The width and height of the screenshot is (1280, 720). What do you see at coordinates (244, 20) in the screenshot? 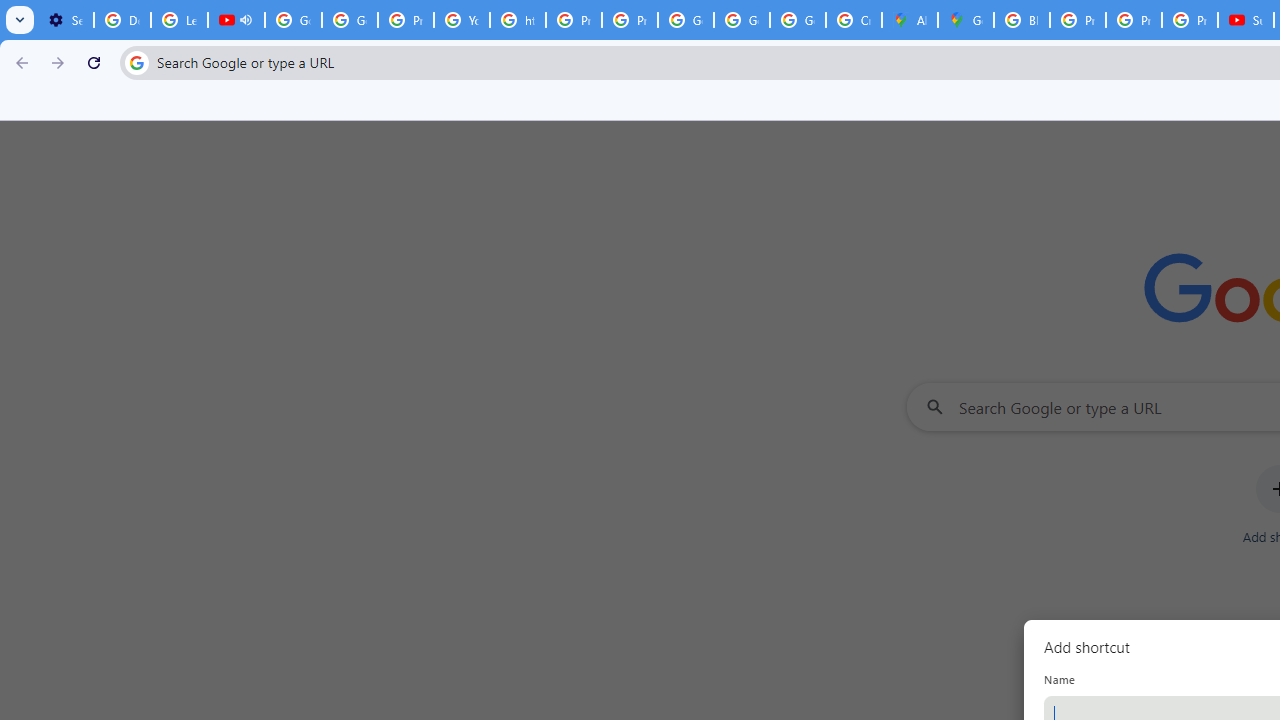
I see `'Mute tab'` at bounding box center [244, 20].